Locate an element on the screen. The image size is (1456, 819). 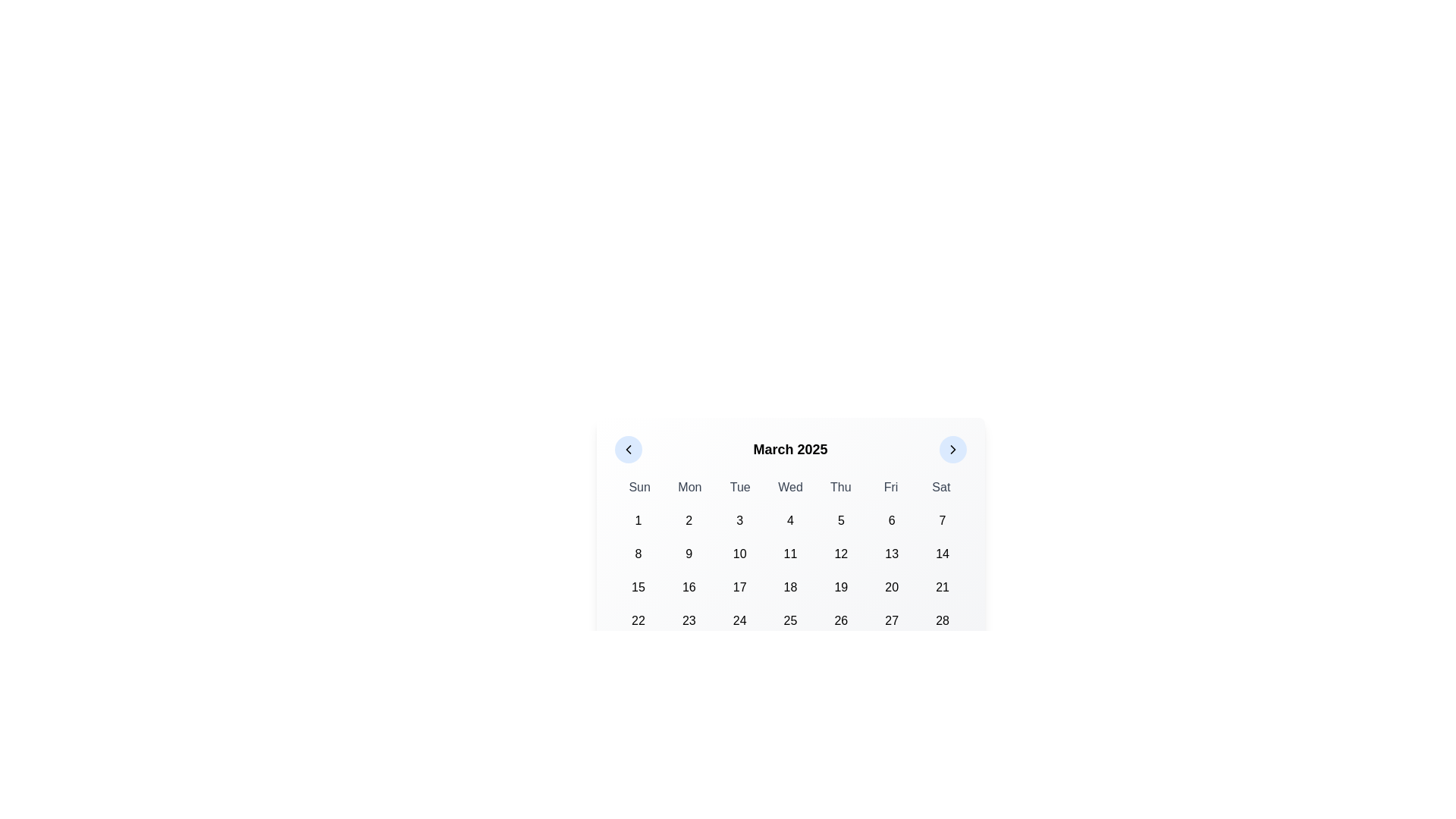
the rectangular button displaying the number '7' in black text on a light gray background is located at coordinates (942, 519).